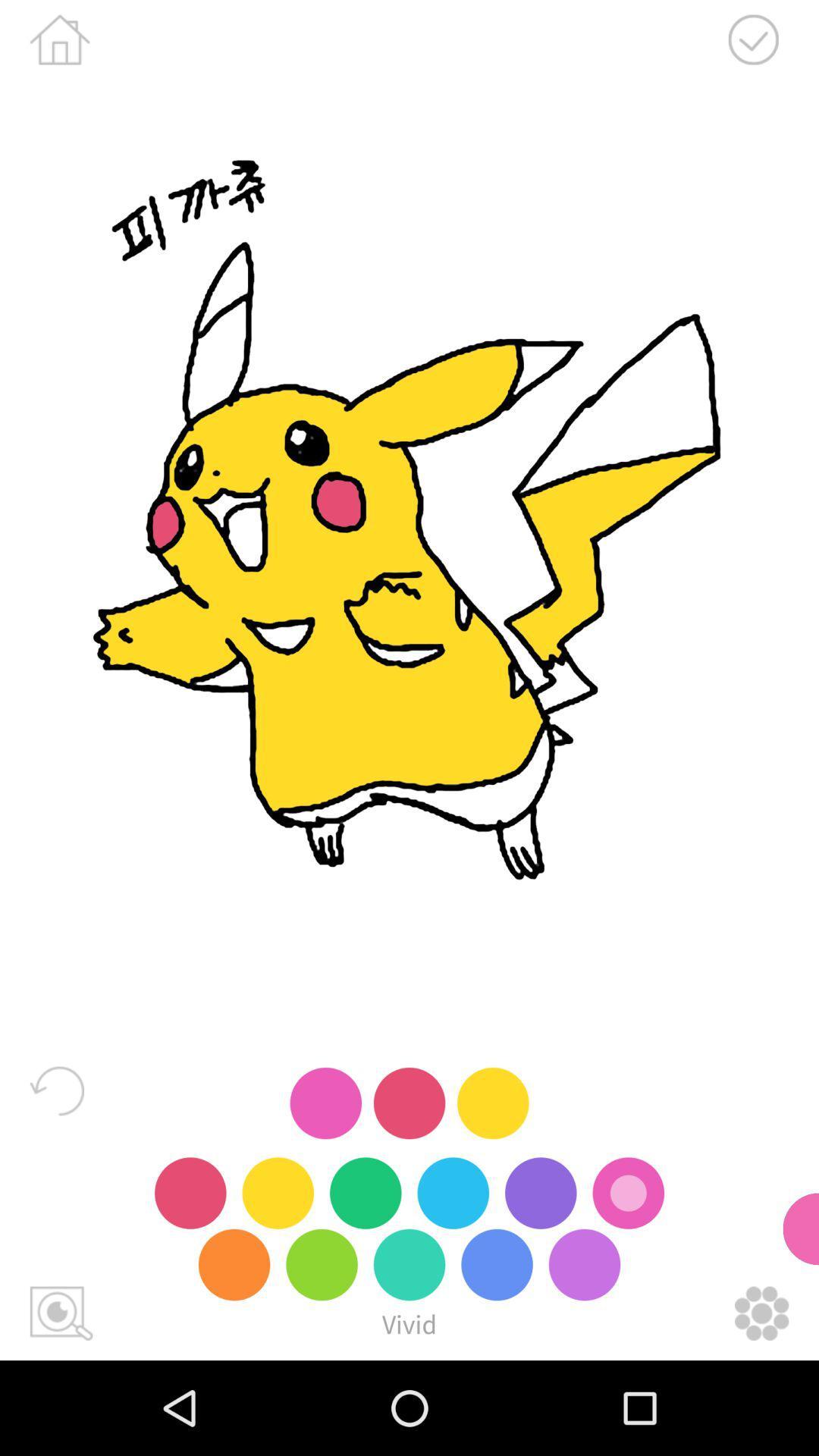 The height and width of the screenshot is (1456, 819). Describe the element at coordinates (753, 39) in the screenshot. I see `the check mark in order to continue` at that location.